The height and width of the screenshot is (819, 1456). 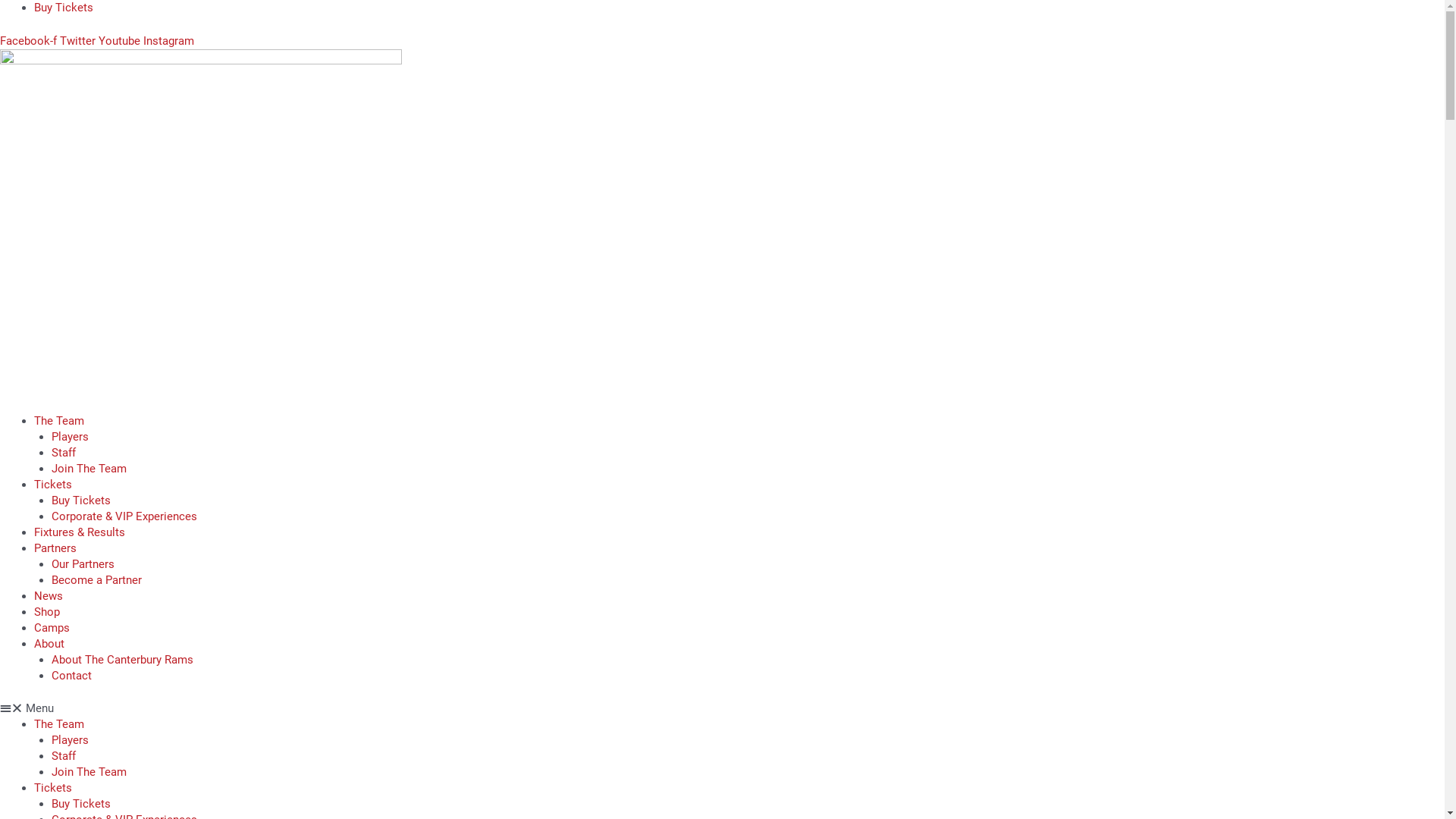 What do you see at coordinates (124, 516) in the screenshot?
I see `'Corporate & VIP Experiences'` at bounding box center [124, 516].